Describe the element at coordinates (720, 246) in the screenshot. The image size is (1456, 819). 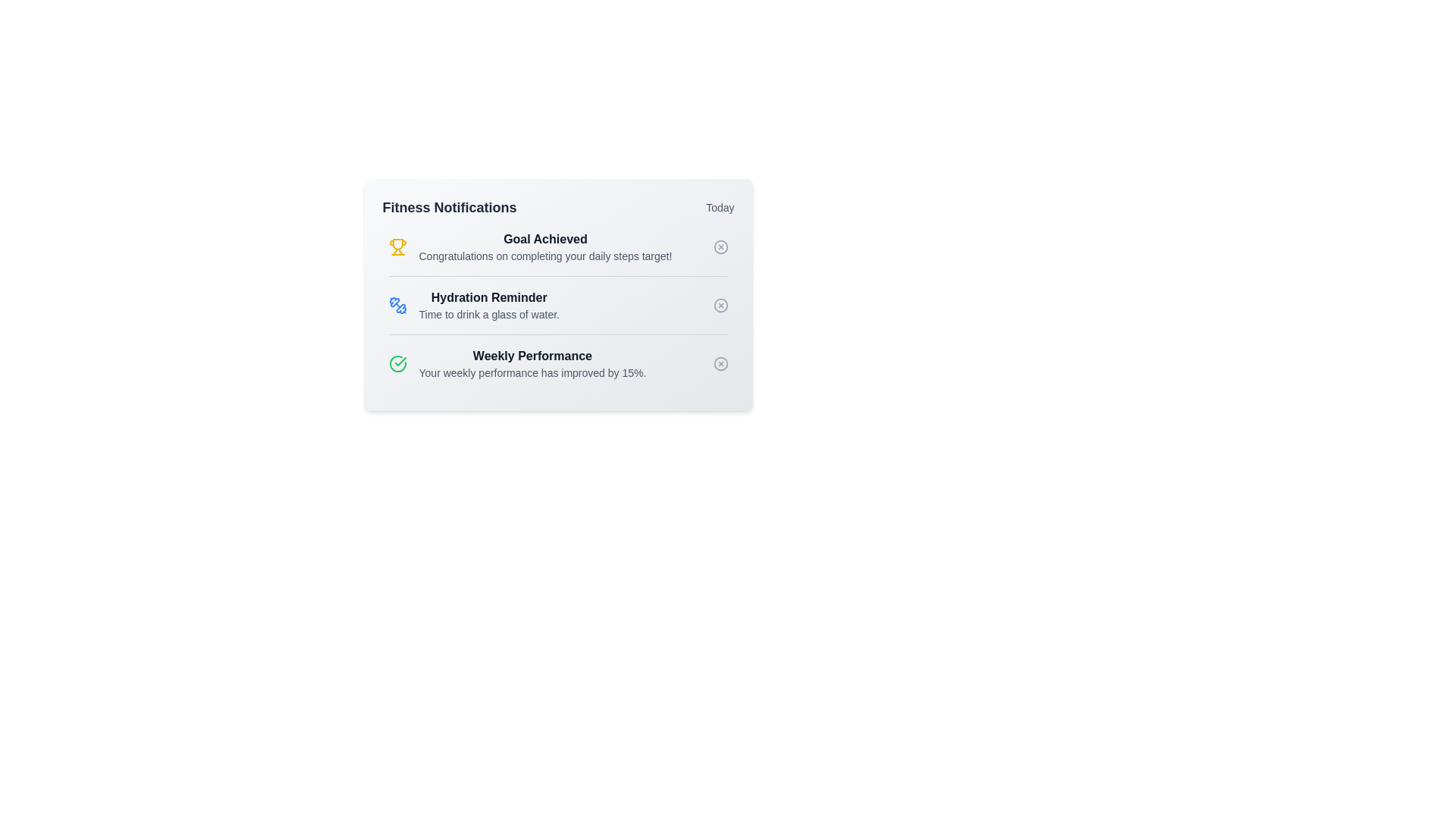
I see `the first Circle (SVG Element) in the top right corner of the first notification item in the list` at that location.